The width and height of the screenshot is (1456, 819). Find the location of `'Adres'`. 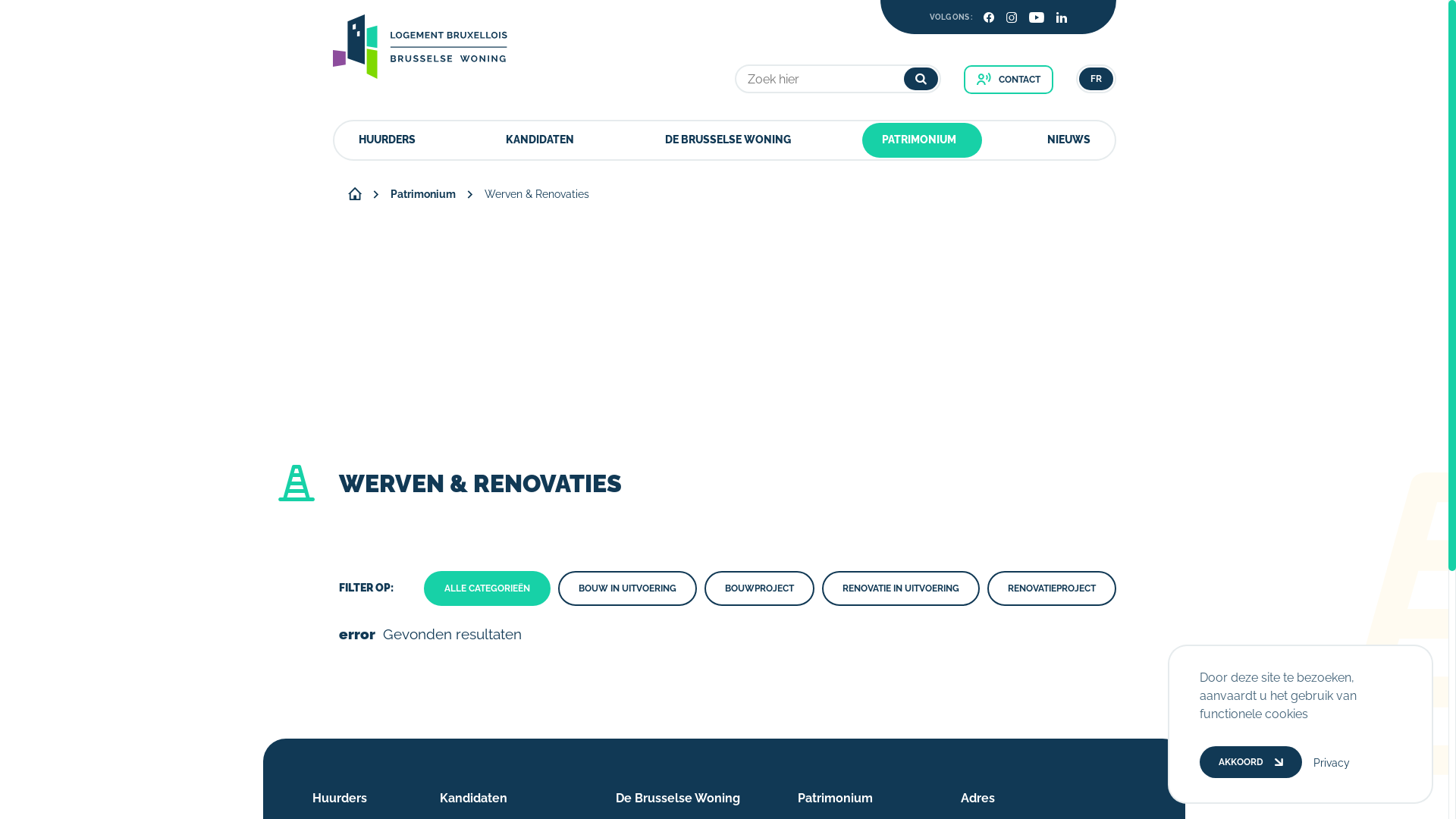

'Adres' is located at coordinates (977, 797).